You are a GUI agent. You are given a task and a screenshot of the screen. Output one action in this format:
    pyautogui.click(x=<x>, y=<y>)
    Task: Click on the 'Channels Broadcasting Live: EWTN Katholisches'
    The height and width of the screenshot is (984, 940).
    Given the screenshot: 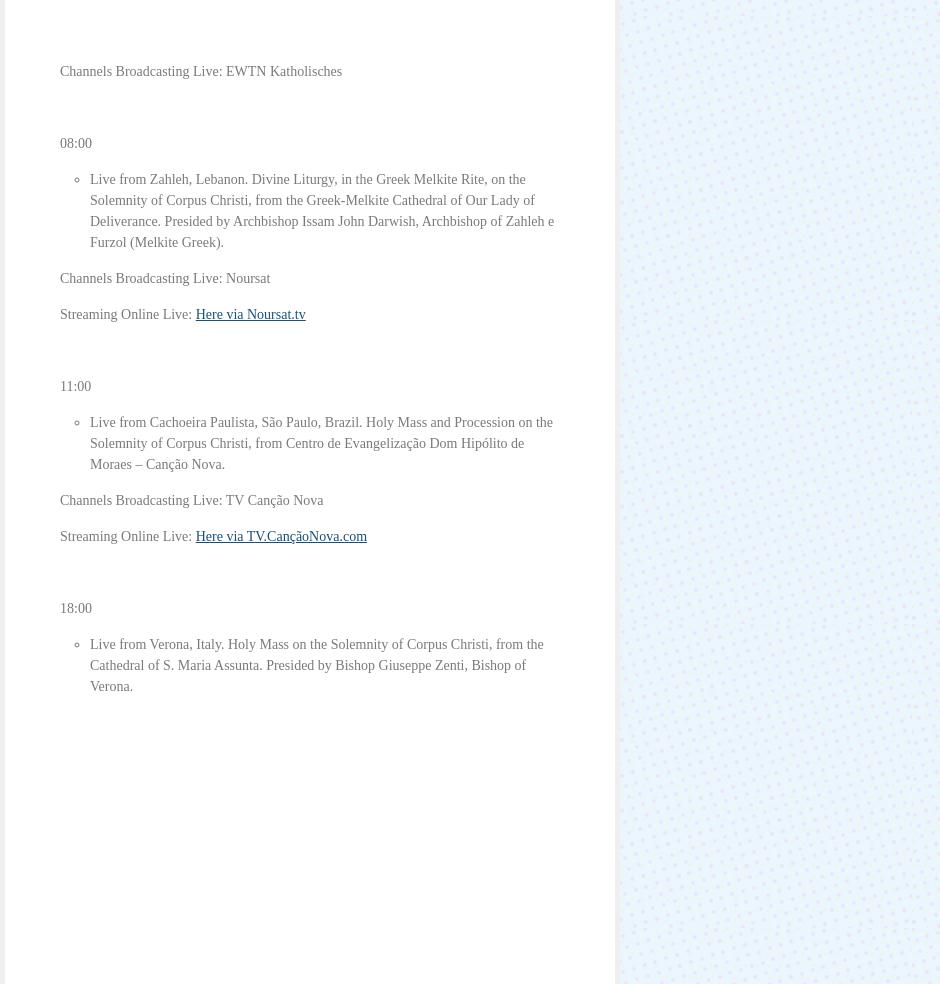 What is the action you would take?
    pyautogui.click(x=199, y=70)
    